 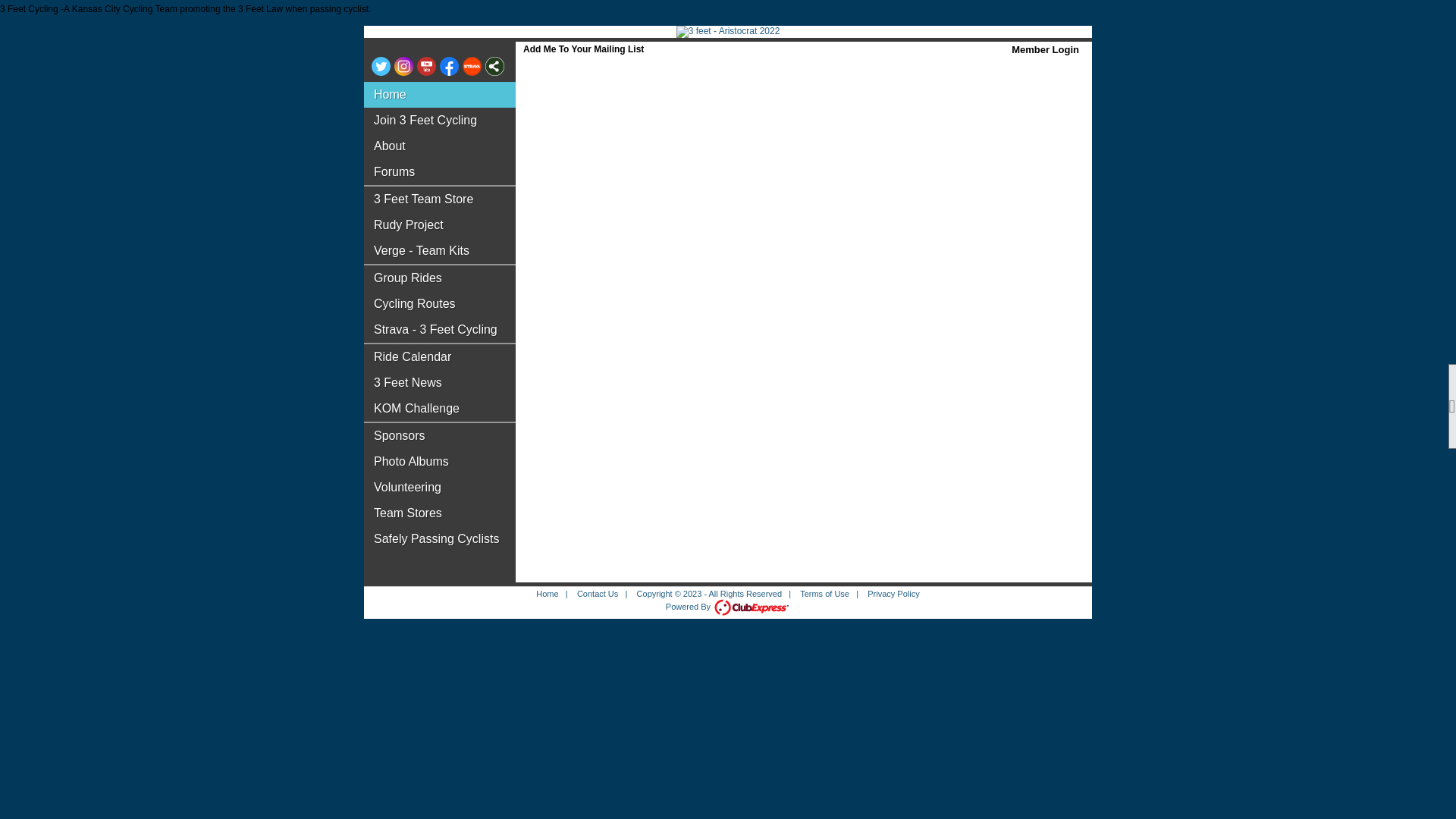 What do you see at coordinates (1044, 49) in the screenshot?
I see `'Member Login'` at bounding box center [1044, 49].